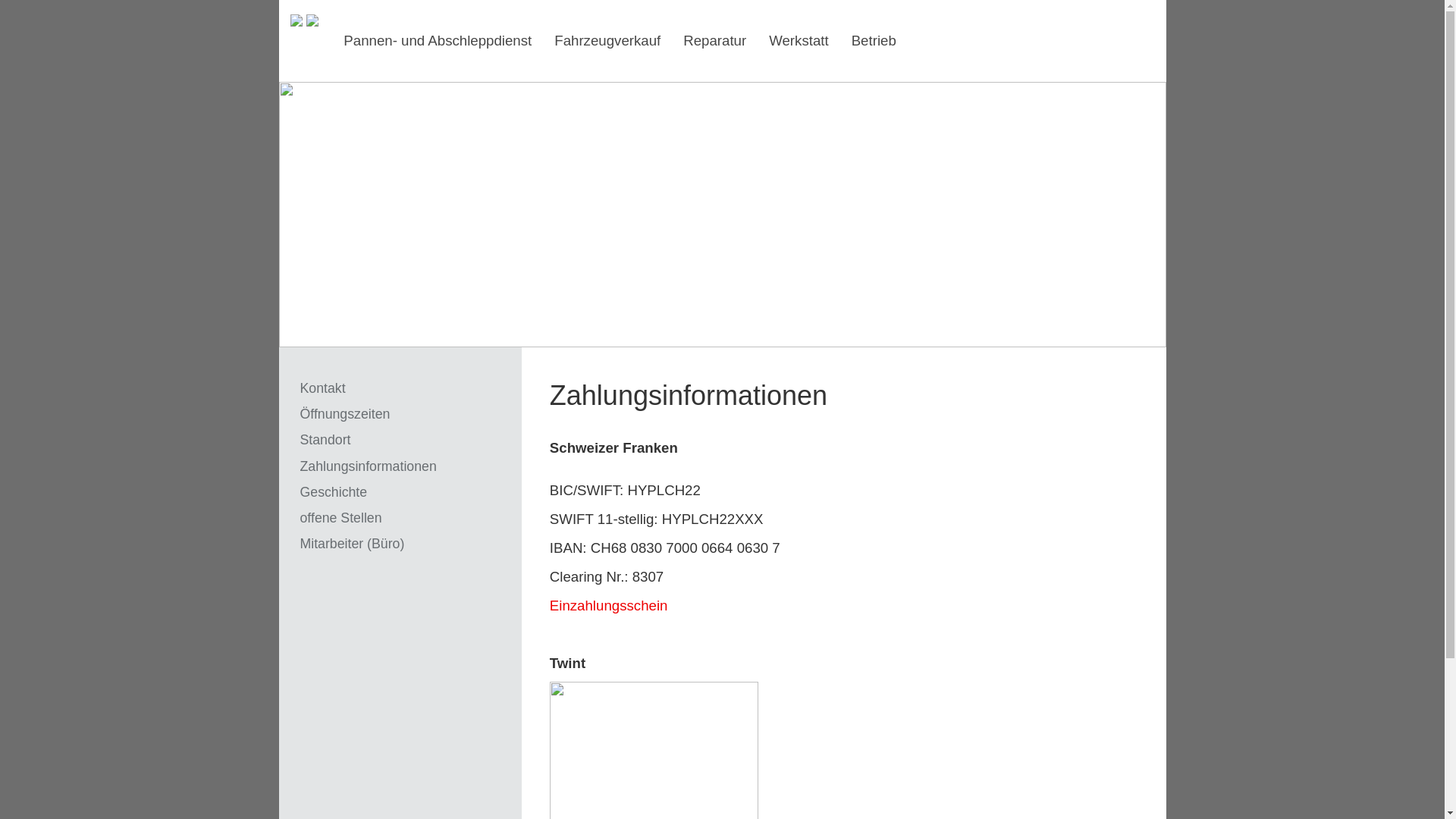  Describe the element at coordinates (608, 604) in the screenshot. I see `'Einzahlungsschein'` at that location.